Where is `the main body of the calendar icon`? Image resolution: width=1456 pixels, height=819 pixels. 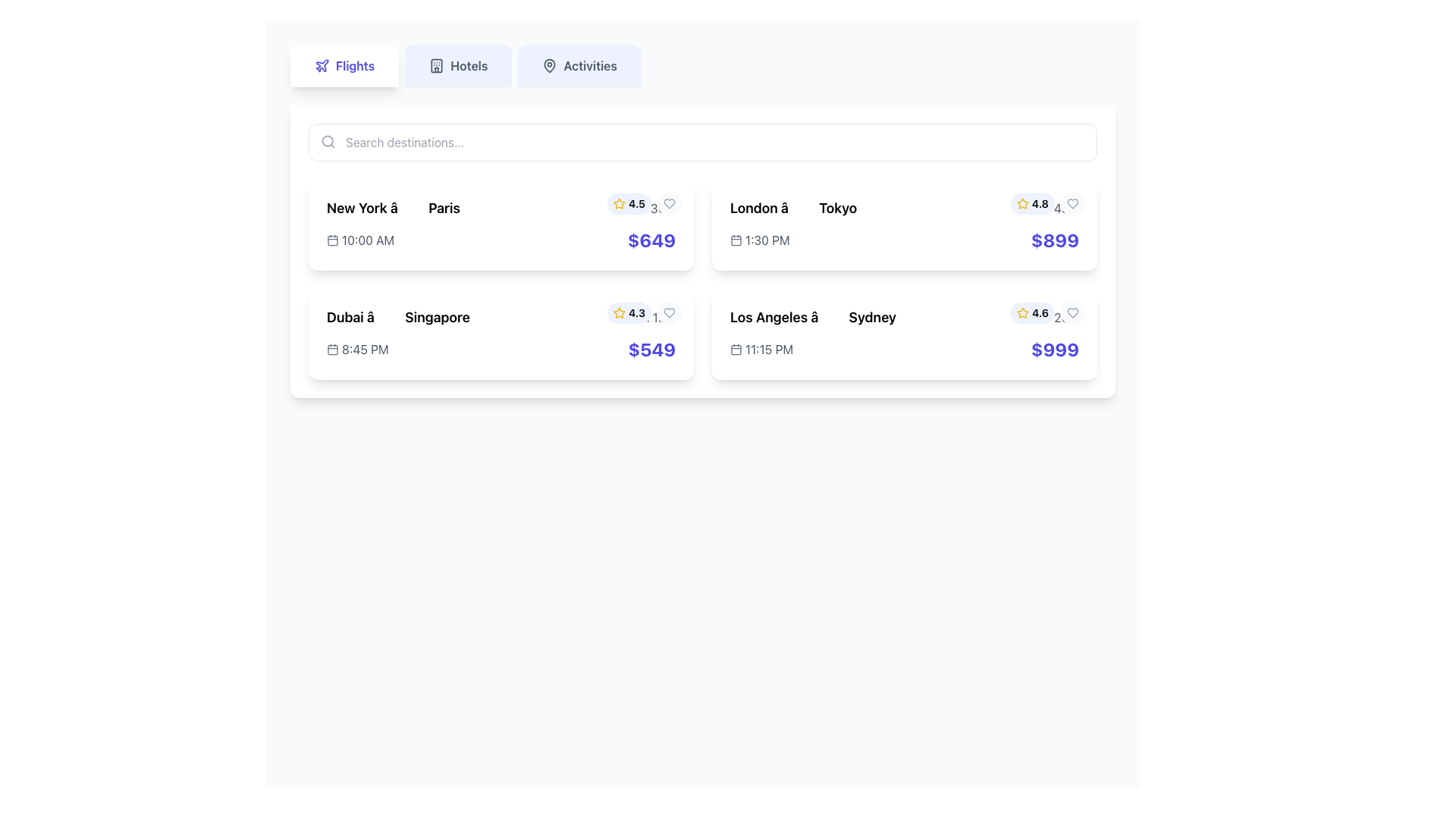 the main body of the calendar icon is located at coordinates (331, 350).